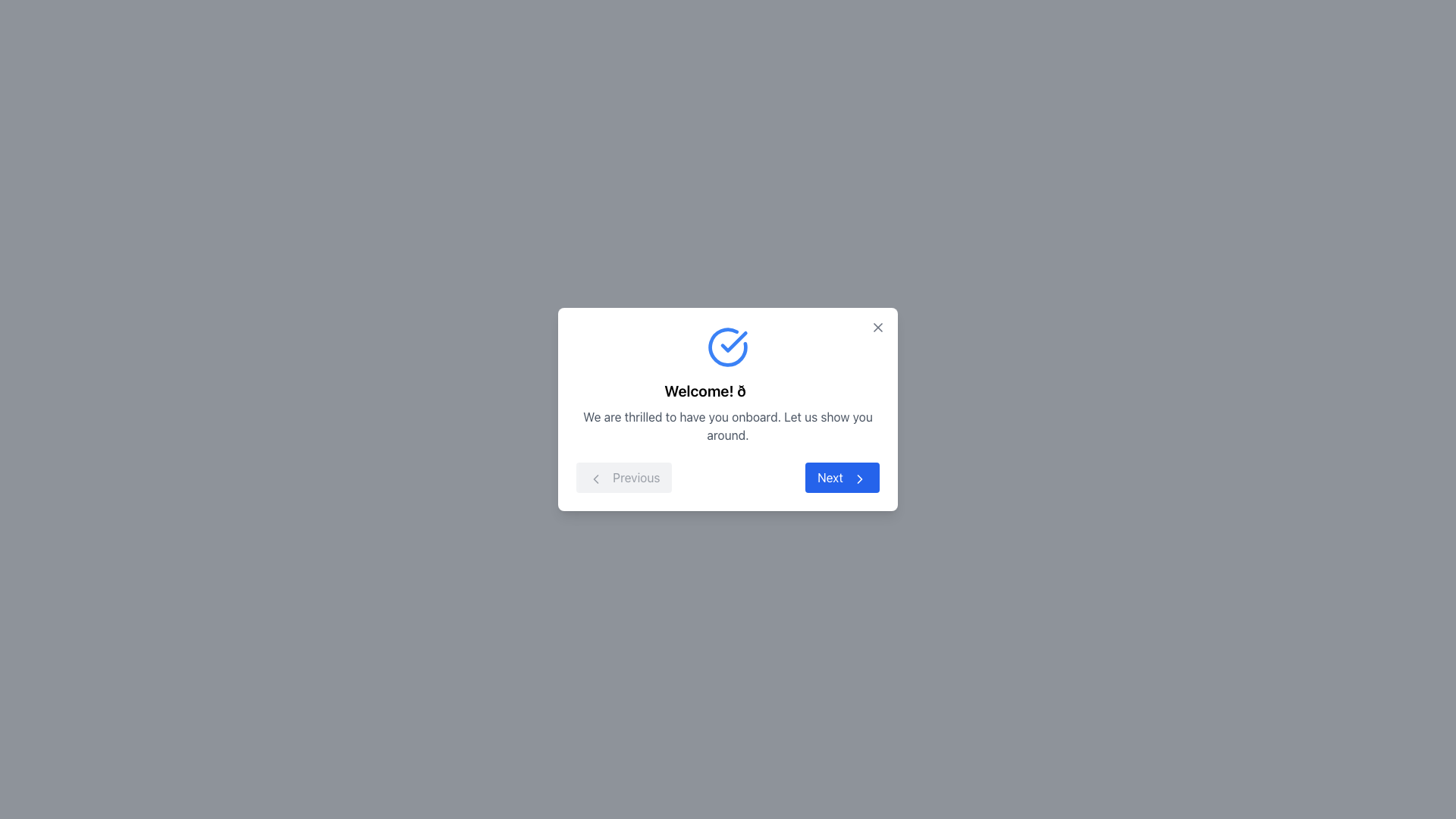  What do you see at coordinates (728, 426) in the screenshot?
I see `the static welcome message that introduces users and encourages them to proceed, which is the second text element in the dialog box, located above the 'Previous' and 'Next' buttons` at bounding box center [728, 426].